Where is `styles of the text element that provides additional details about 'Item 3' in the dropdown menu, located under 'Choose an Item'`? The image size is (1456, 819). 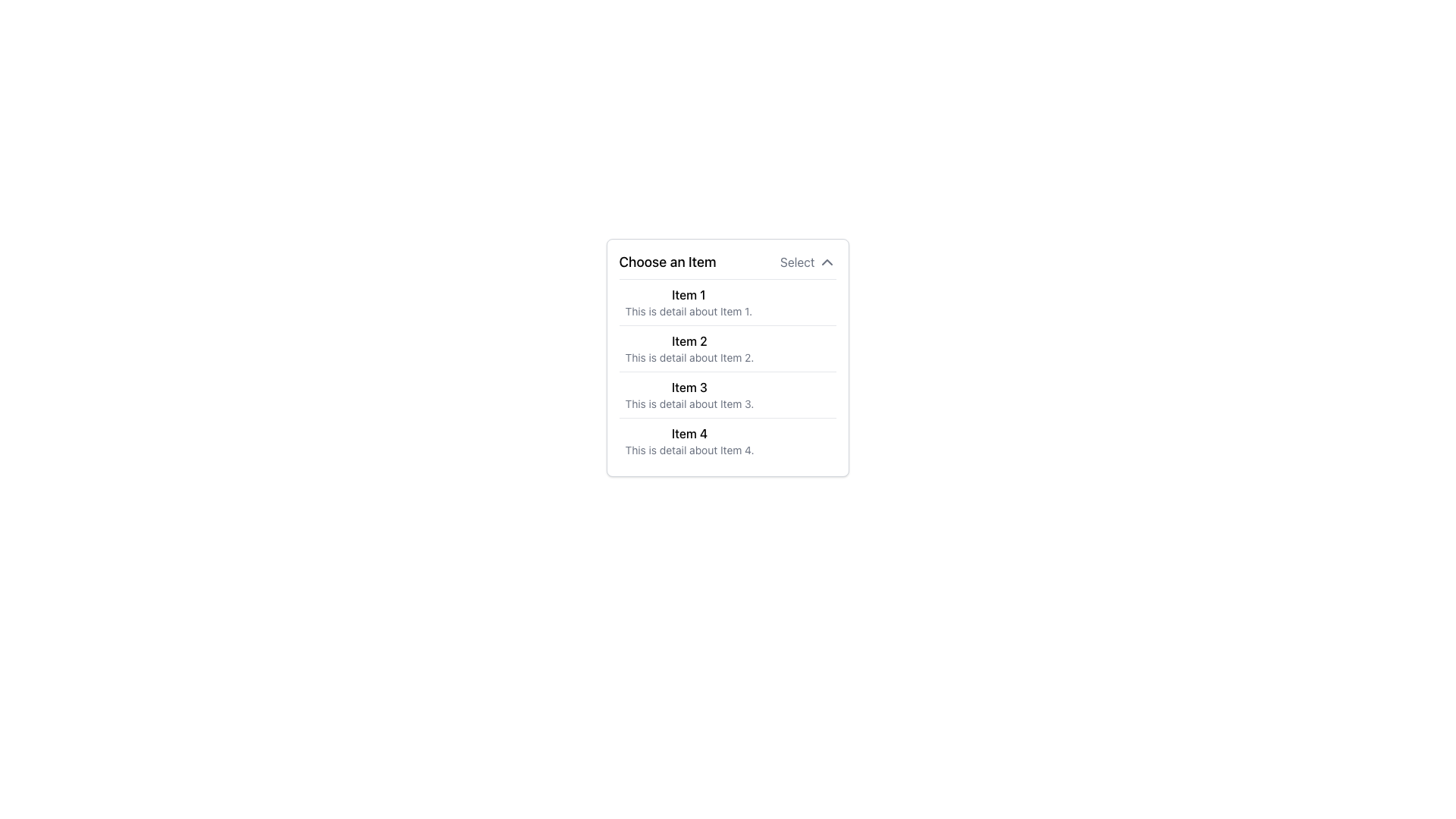 styles of the text element that provides additional details about 'Item 3' in the dropdown menu, located under 'Choose an Item' is located at coordinates (689, 403).